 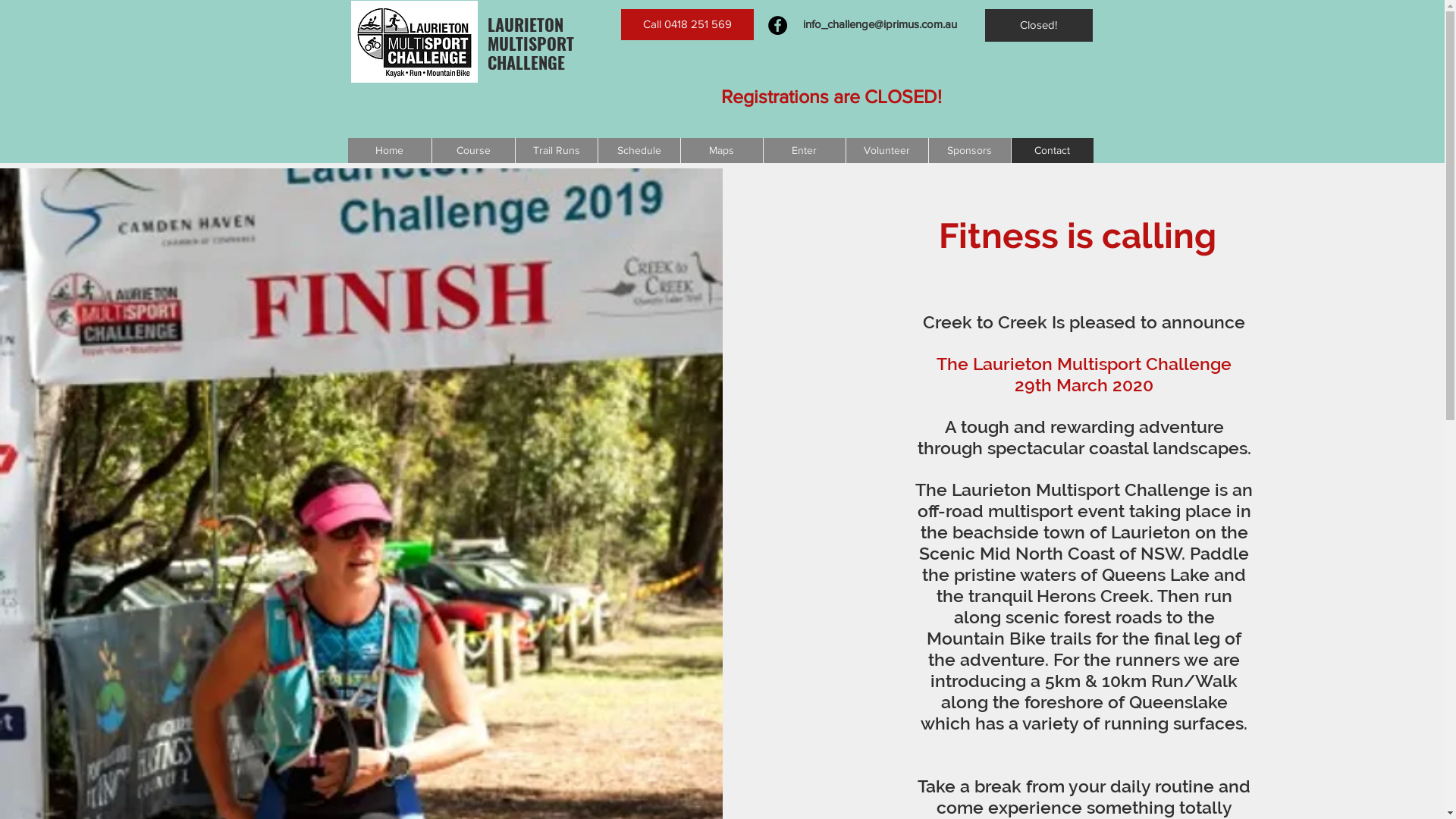 What do you see at coordinates (720, 150) in the screenshot?
I see `'Maps'` at bounding box center [720, 150].